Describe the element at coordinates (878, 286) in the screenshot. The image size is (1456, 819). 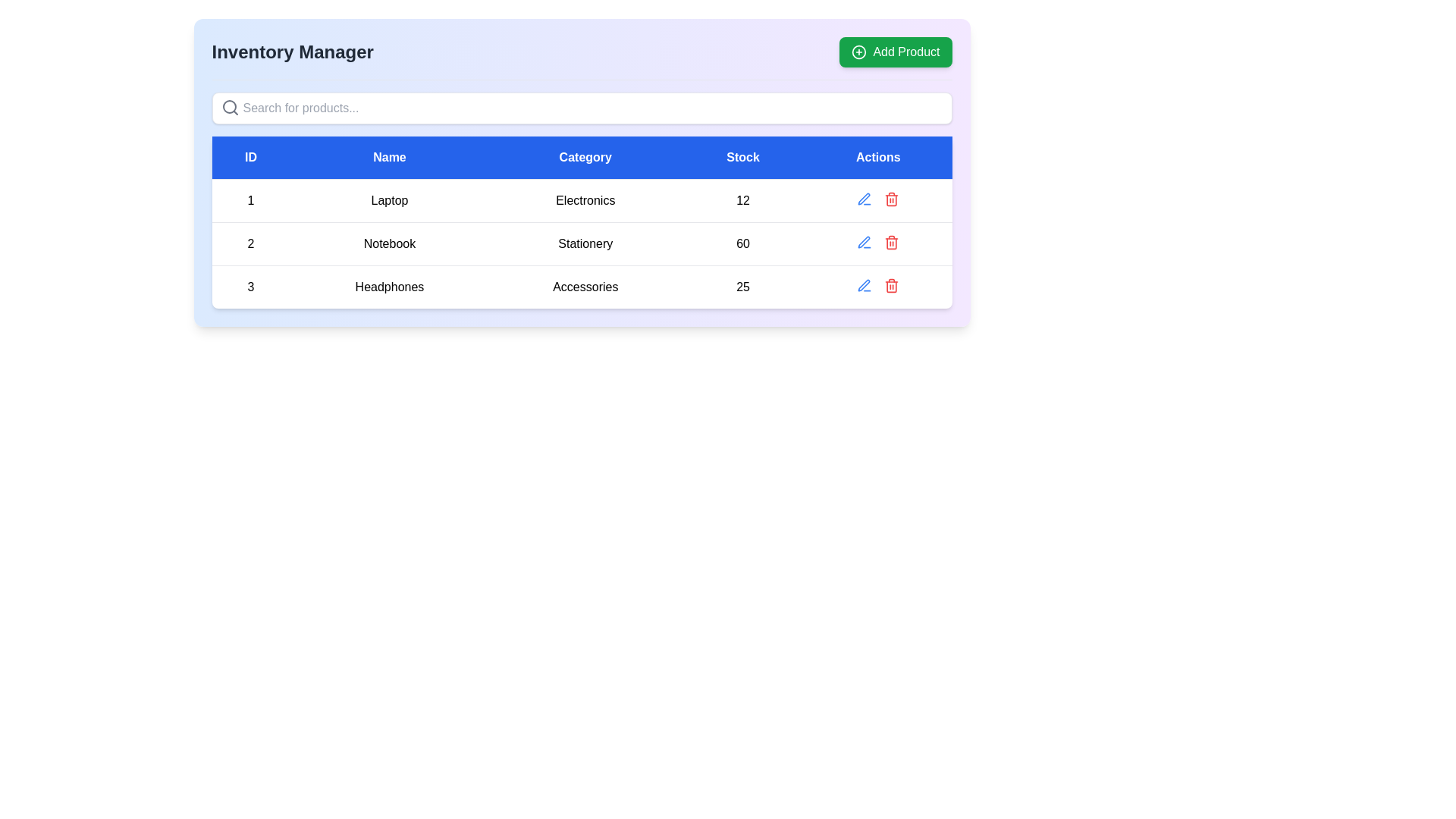
I see `the Toolbar with action buttons for the 'Headphones' table entry` at that location.